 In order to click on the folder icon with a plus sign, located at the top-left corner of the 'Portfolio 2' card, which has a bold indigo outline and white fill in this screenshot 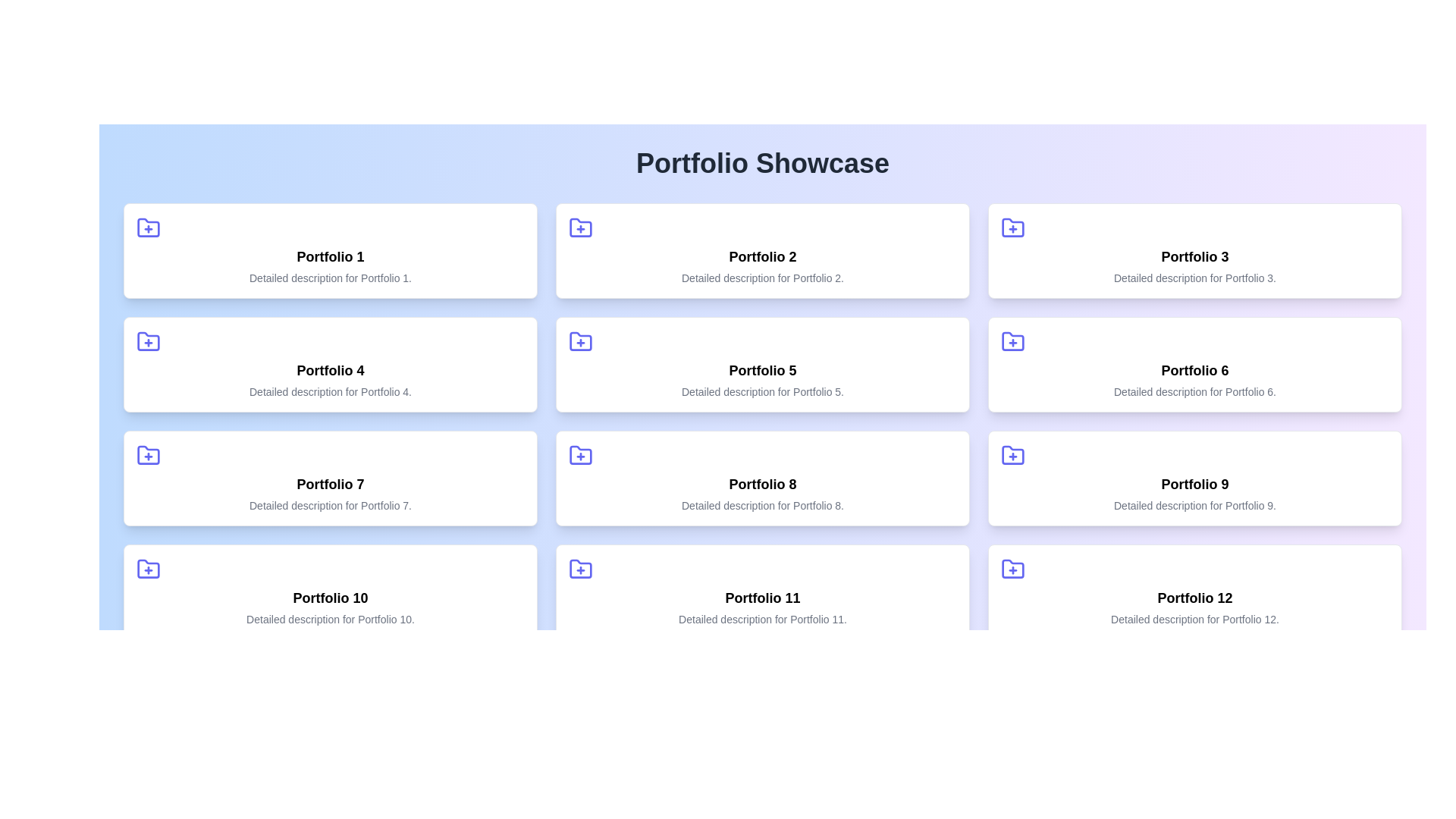, I will do `click(580, 227)`.